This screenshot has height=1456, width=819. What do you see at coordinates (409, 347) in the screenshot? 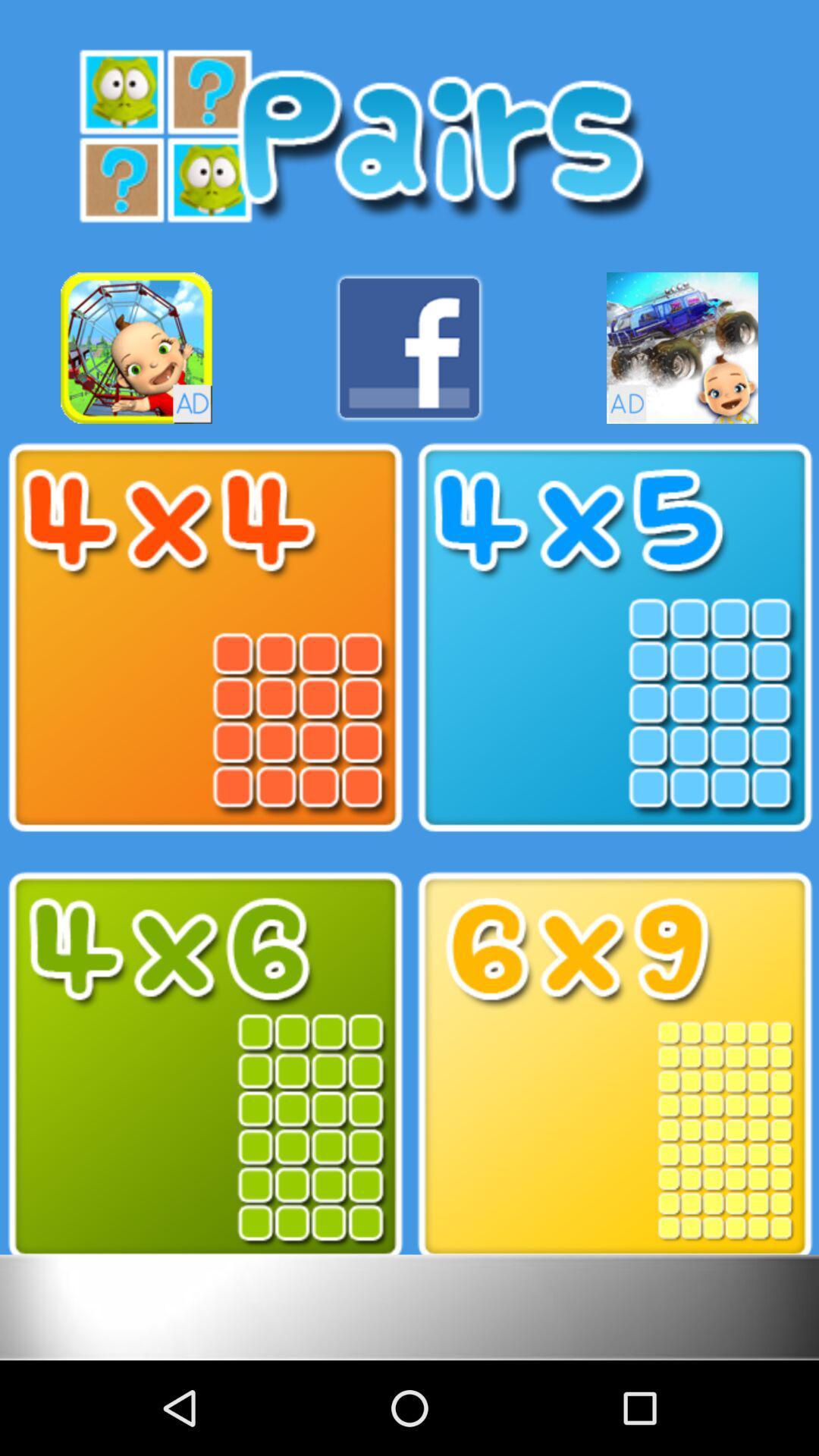
I see `facebook page` at bounding box center [409, 347].